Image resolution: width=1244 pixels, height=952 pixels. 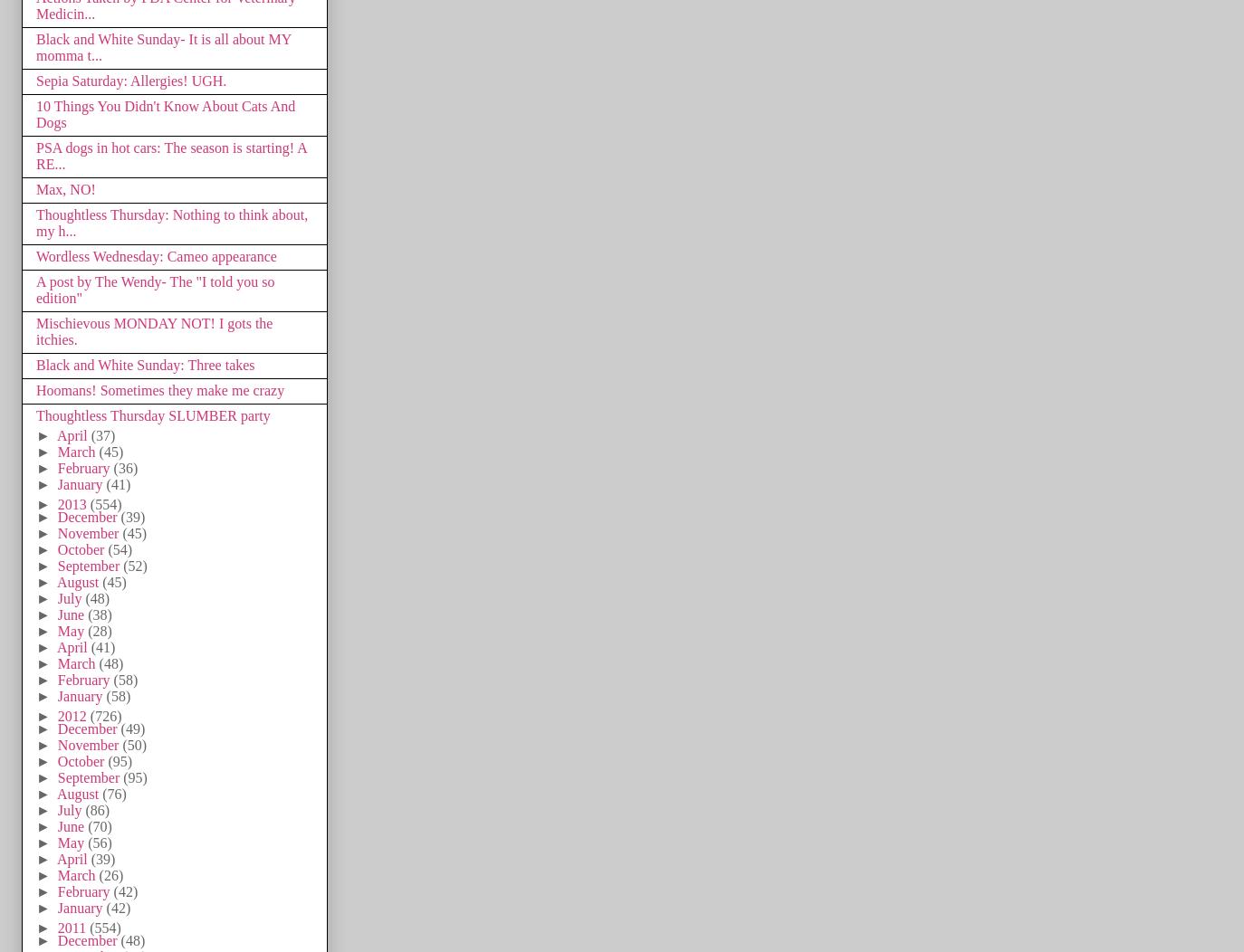 What do you see at coordinates (99, 825) in the screenshot?
I see `'(70)'` at bounding box center [99, 825].